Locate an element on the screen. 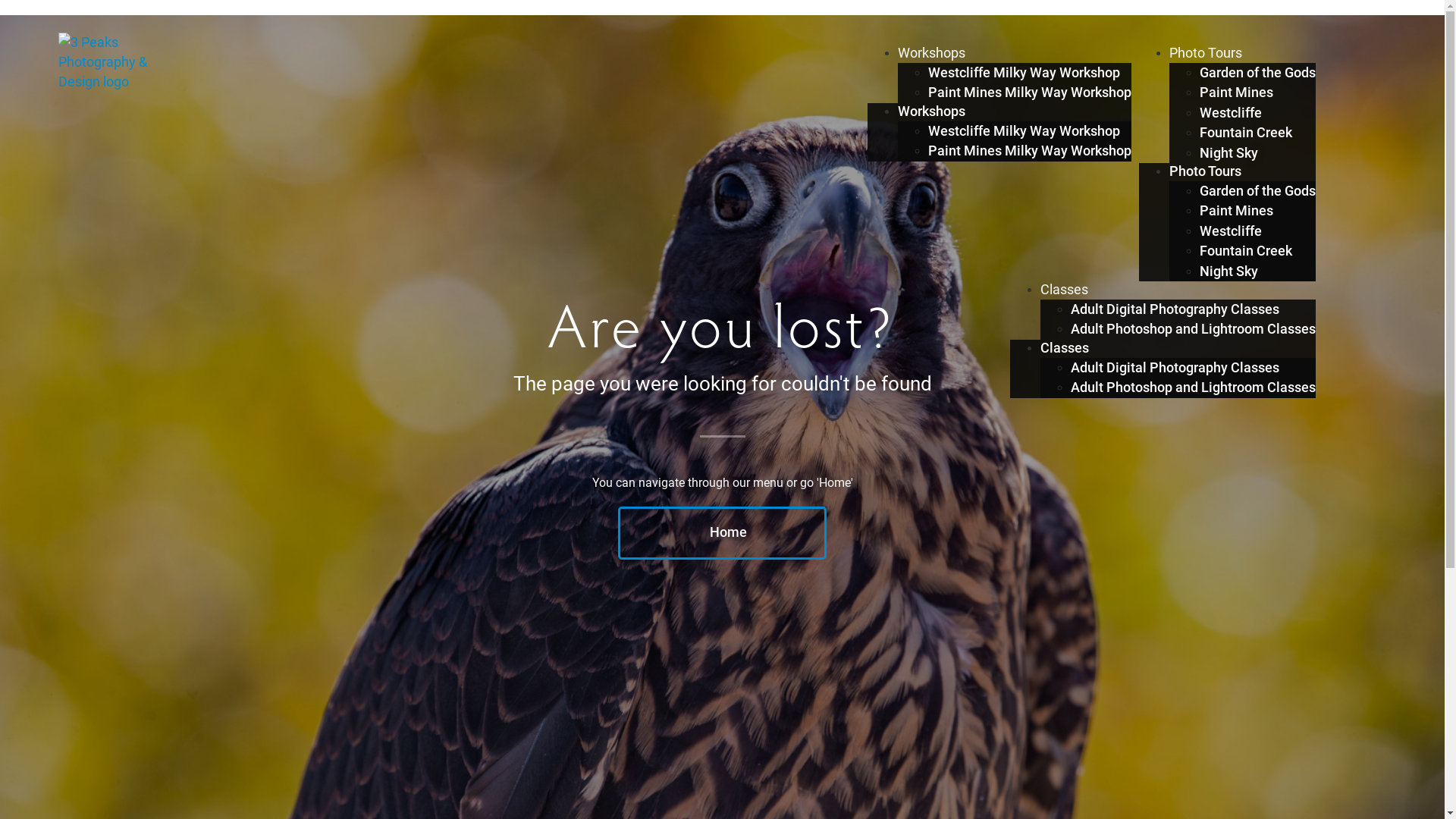  'Adult Photoshop and Lightroom Classes' is located at coordinates (1192, 328).